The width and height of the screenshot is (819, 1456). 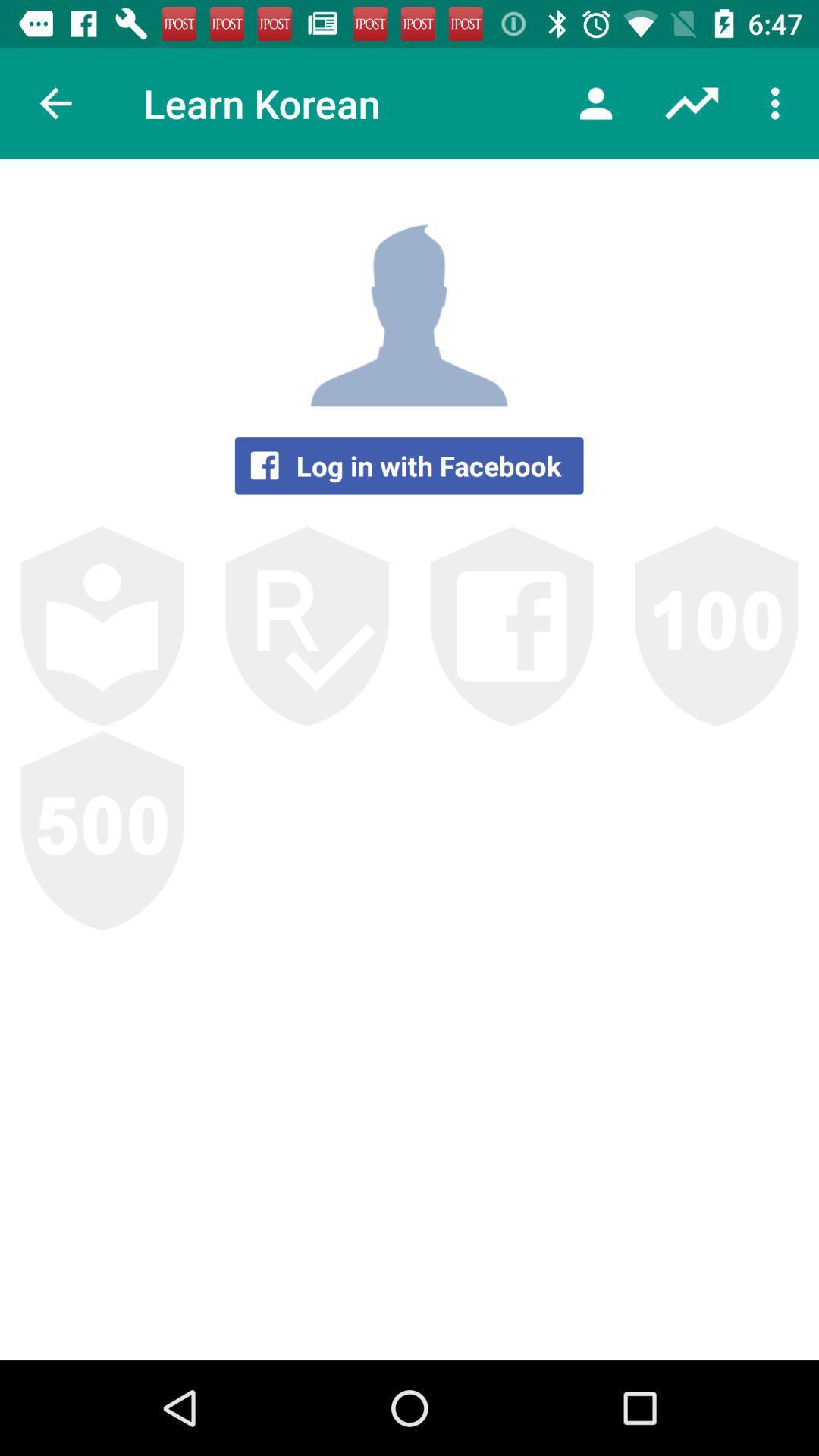 What do you see at coordinates (408, 465) in the screenshot?
I see `log in with icon` at bounding box center [408, 465].